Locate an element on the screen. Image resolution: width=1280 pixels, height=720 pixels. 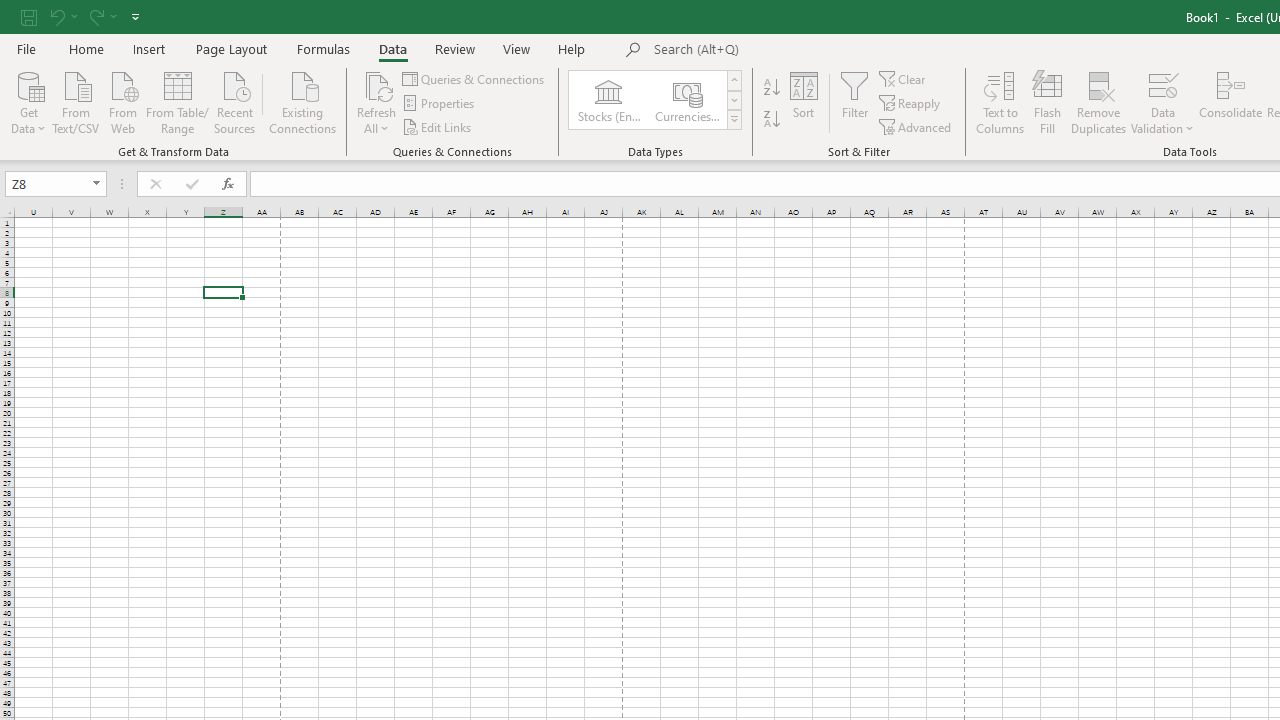
'Advanced...' is located at coordinates (915, 127).